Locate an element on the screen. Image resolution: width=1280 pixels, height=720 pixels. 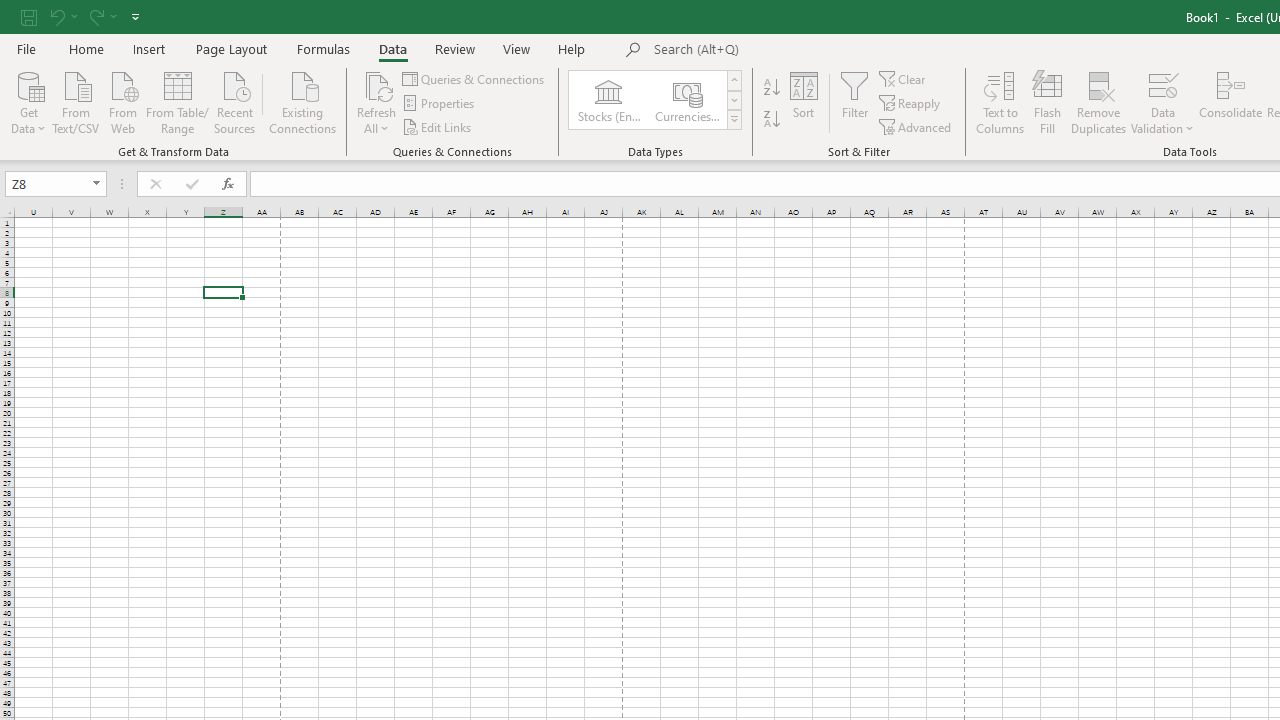
'Advanced...' is located at coordinates (915, 127).